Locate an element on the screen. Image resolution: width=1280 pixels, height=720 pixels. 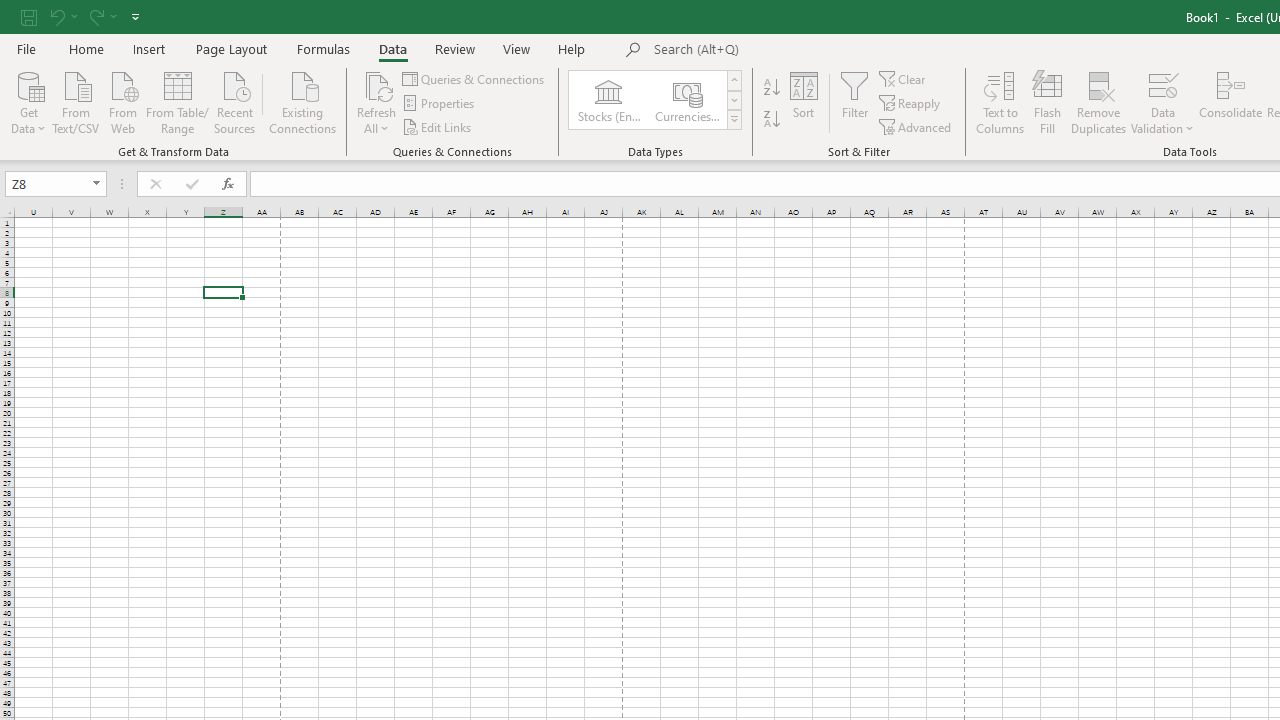
'Advanced...' is located at coordinates (915, 127).